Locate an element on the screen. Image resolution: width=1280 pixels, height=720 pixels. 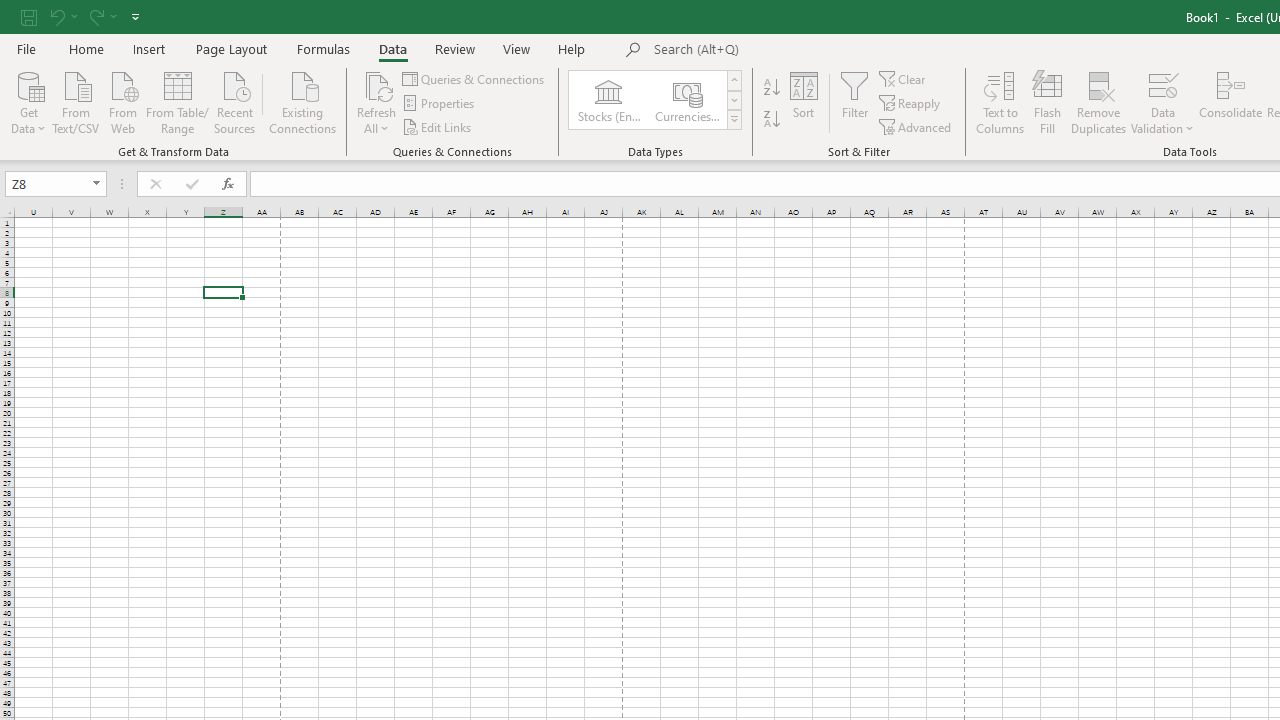
'Advanced...' is located at coordinates (915, 127).